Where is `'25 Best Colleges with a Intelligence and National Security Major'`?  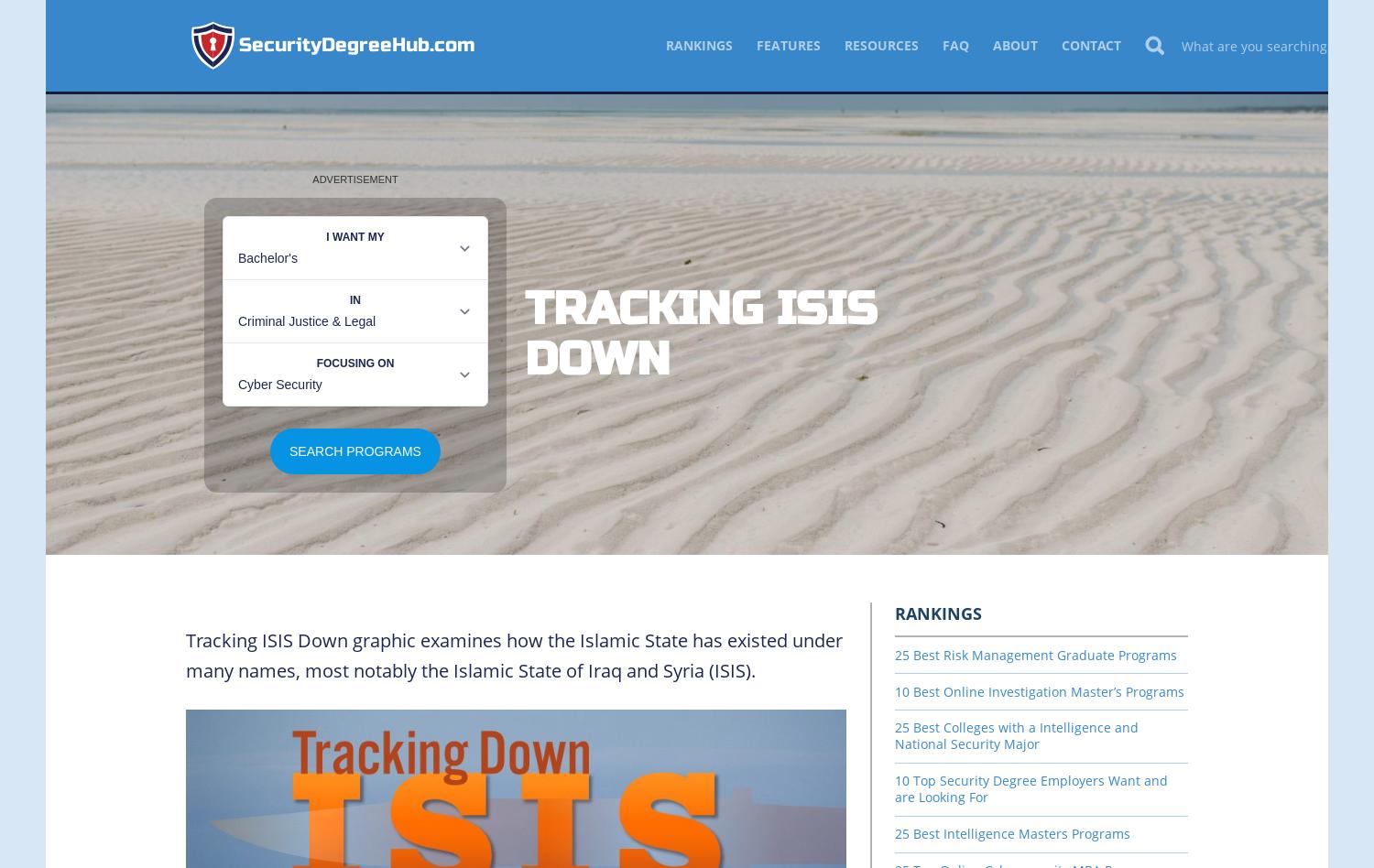
'25 Best Colleges with a Intelligence and National Security Major' is located at coordinates (1016, 735).